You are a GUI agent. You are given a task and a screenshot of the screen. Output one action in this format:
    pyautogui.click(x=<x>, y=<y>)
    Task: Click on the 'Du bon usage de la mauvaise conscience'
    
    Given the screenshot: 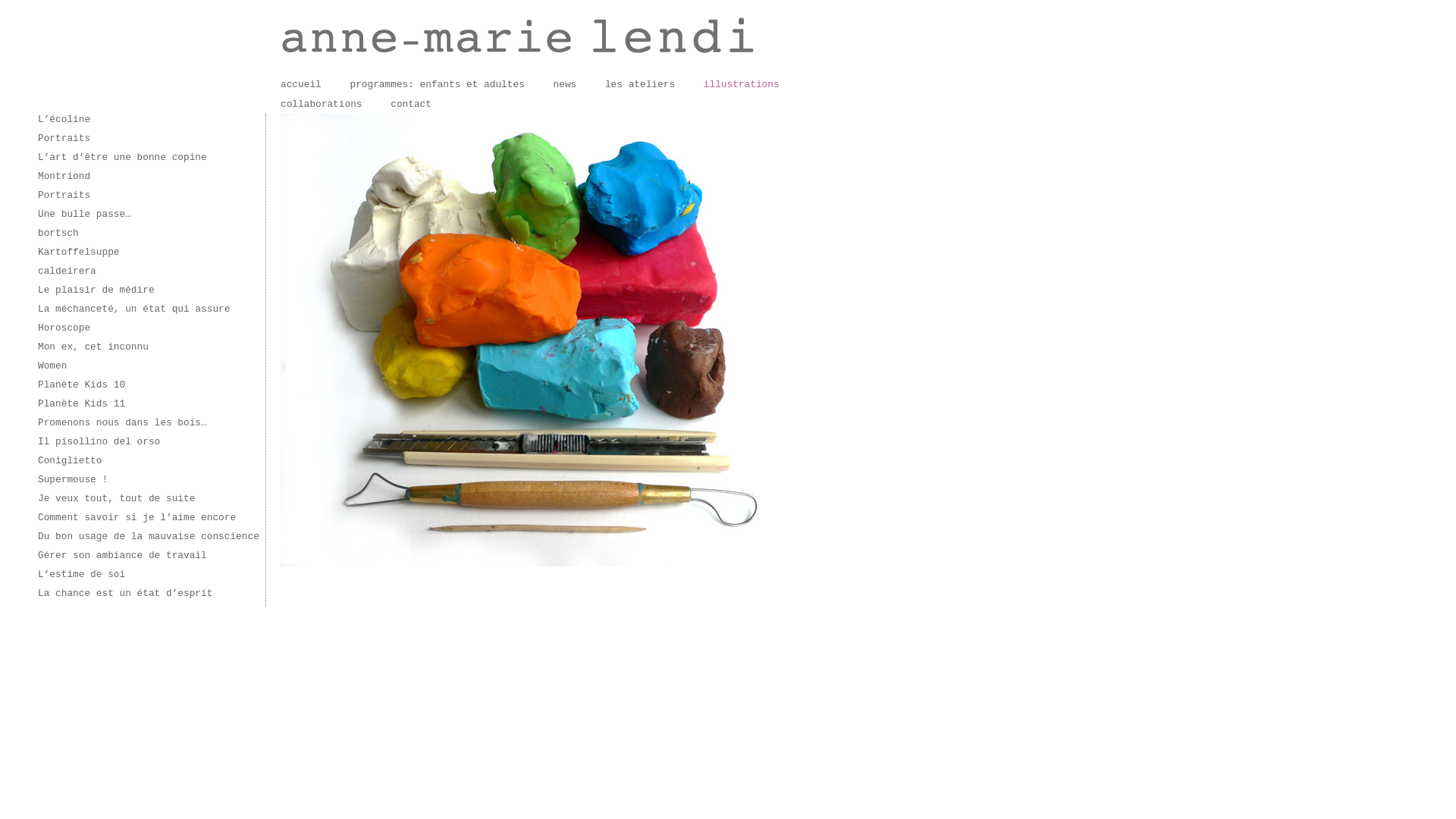 What is the action you would take?
    pyautogui.click(x=149, y=535)
    